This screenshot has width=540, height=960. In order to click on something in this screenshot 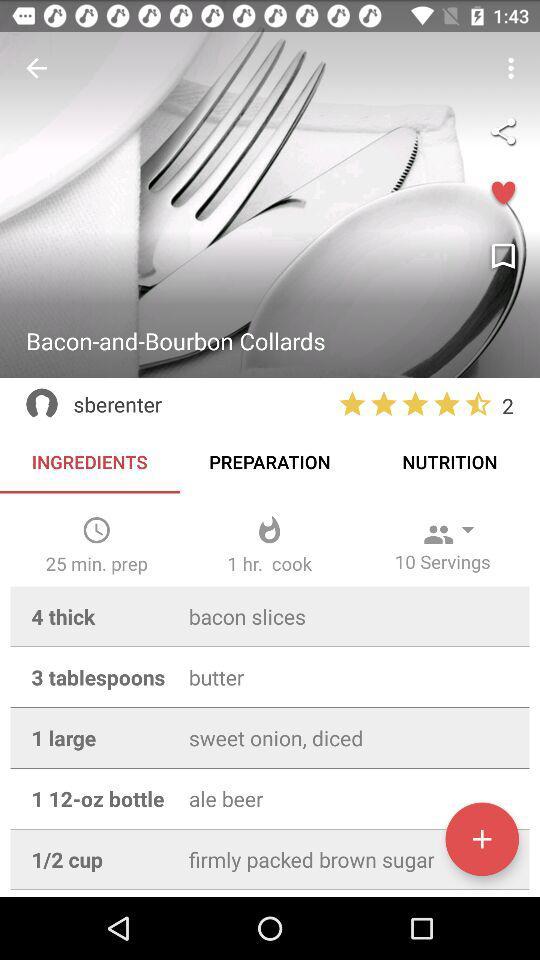, I will do `click(481, 839)`.